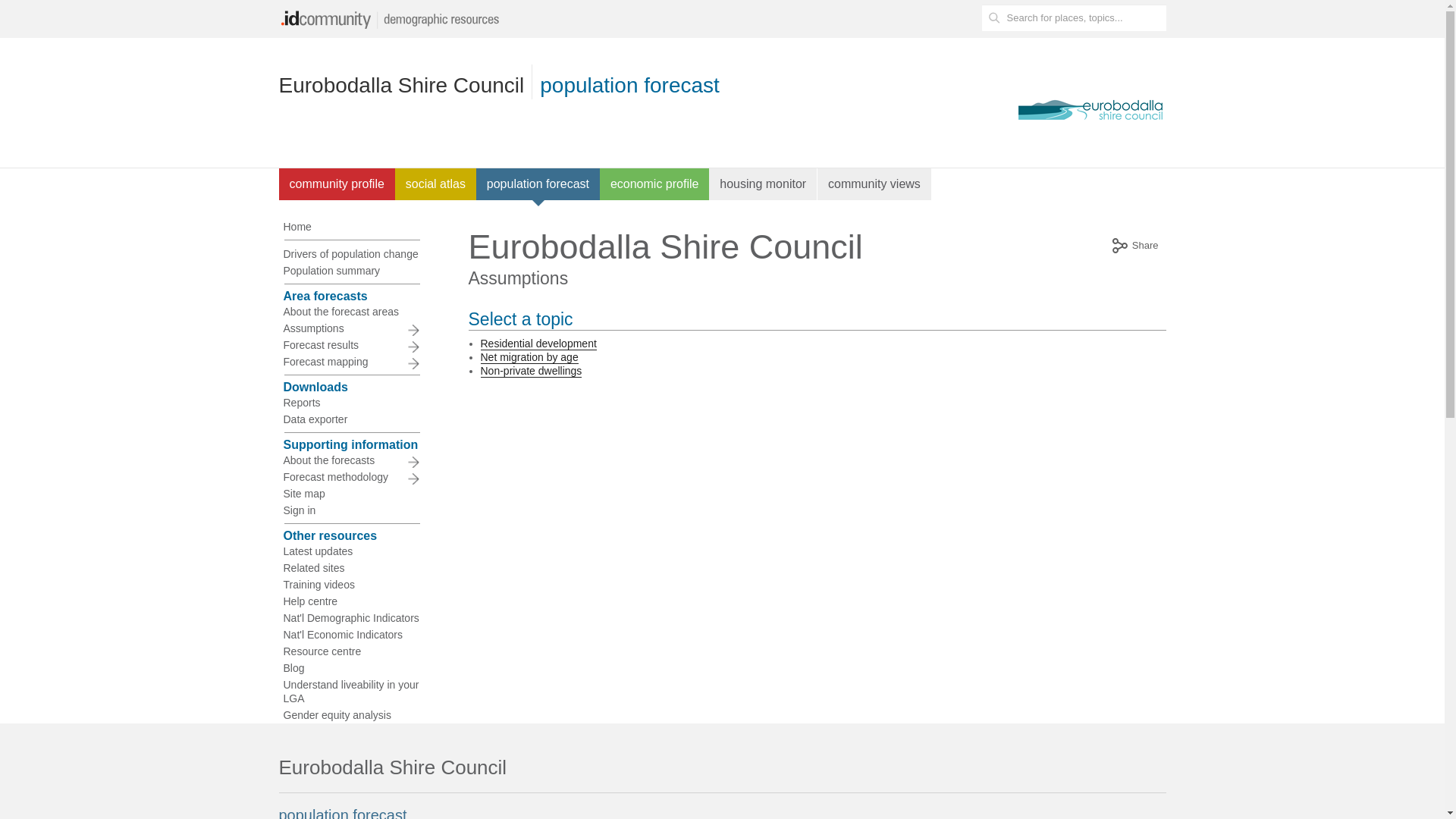  What do you see at coordinates (350, 311) in the screenshot?
I see `'About the forecast areas'` at bounding box center [350, 311].